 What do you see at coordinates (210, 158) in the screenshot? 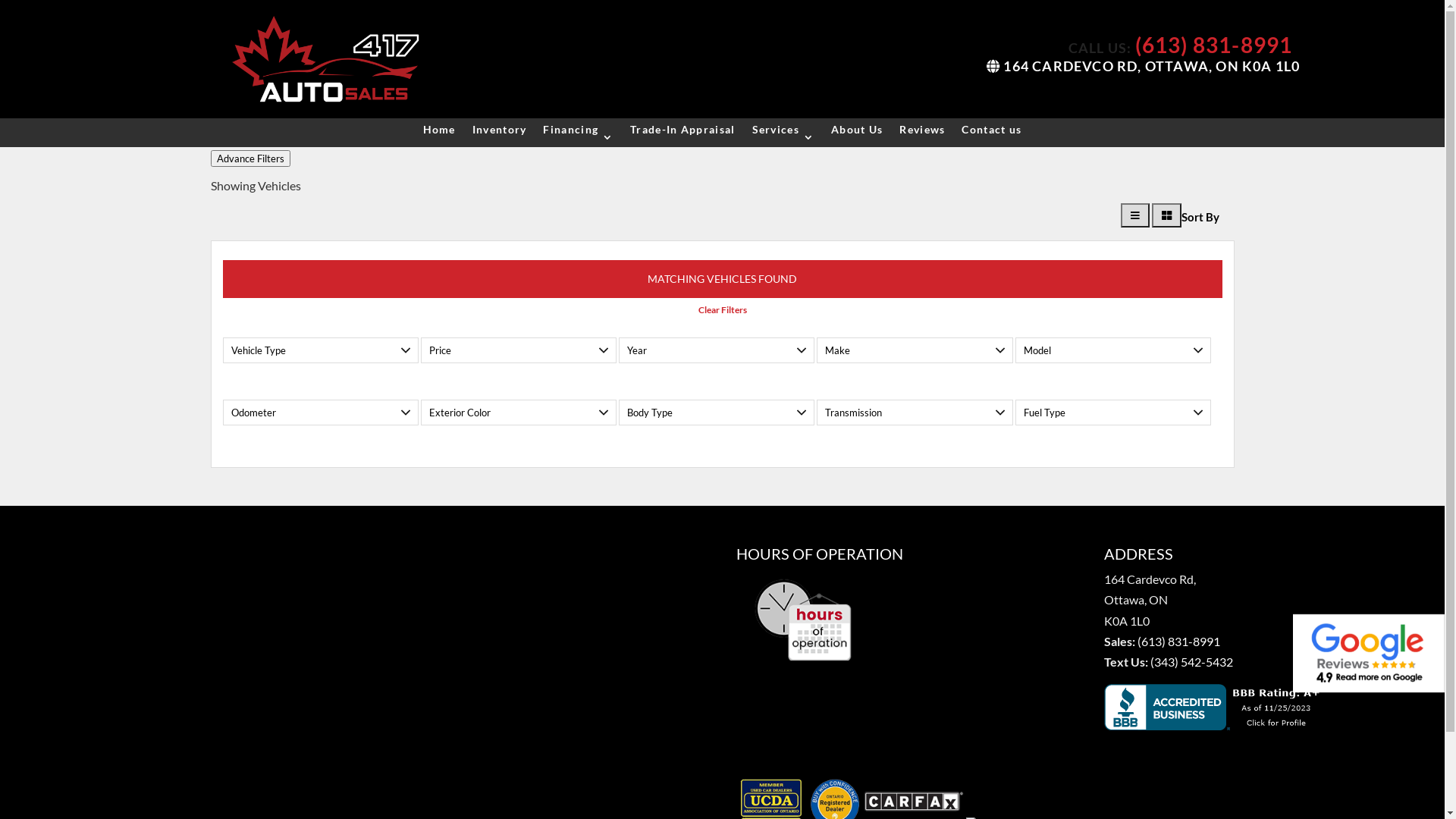
I see `'Advance Filters'` at bounding box center [210, 158].